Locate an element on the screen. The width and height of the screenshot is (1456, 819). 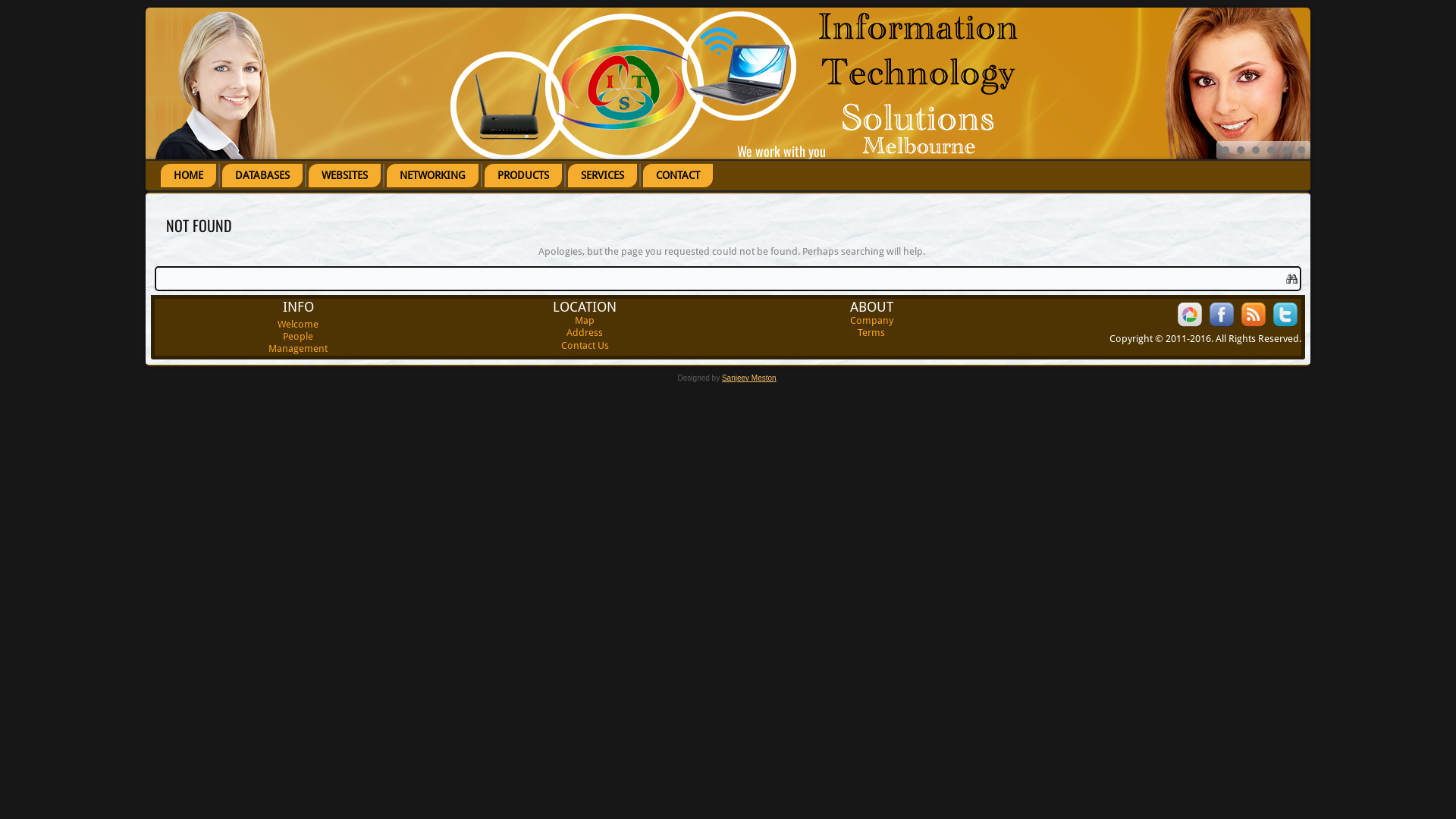
'Sanjeev Meston' is located at coordinates (749, 376).